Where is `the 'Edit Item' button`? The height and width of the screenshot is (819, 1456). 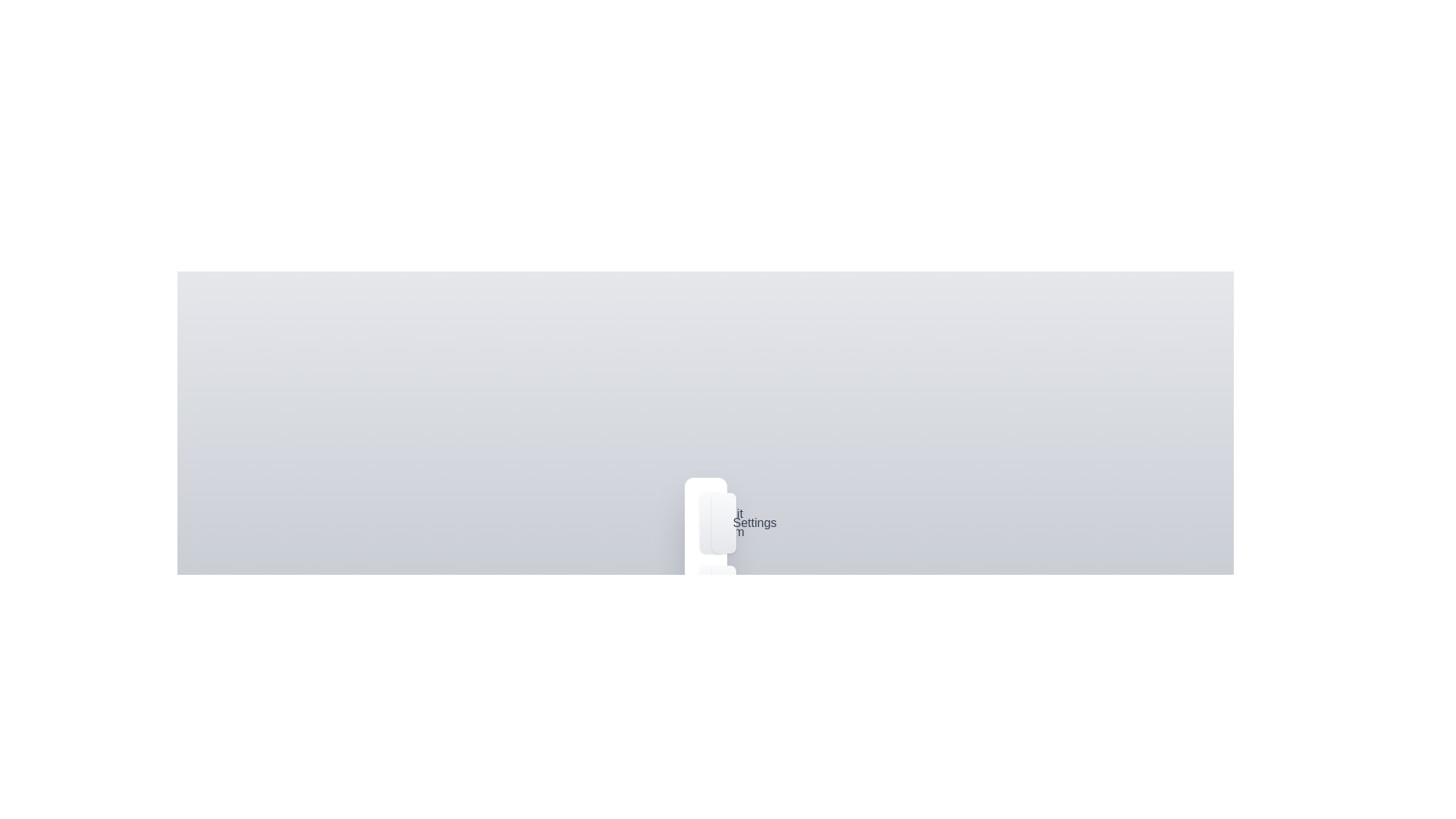
the 'Edit Item' button is located at coordinates (711, 522).